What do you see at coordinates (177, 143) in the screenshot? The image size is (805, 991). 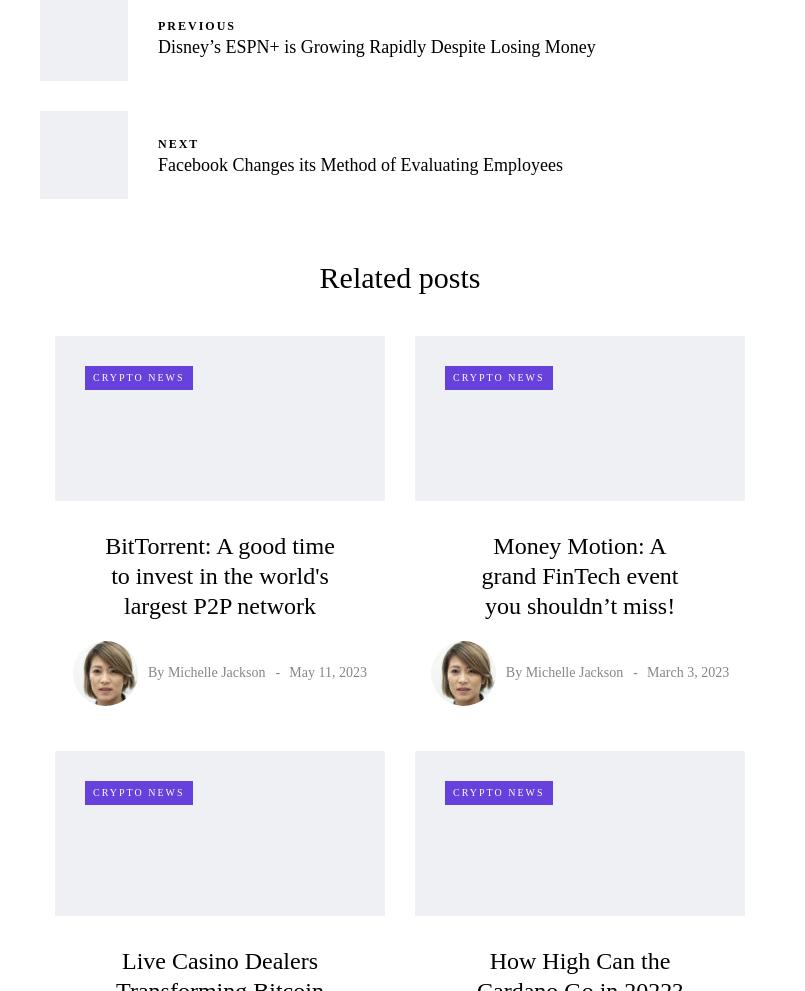 I see `'Next'` at bounding box center [177, 143].